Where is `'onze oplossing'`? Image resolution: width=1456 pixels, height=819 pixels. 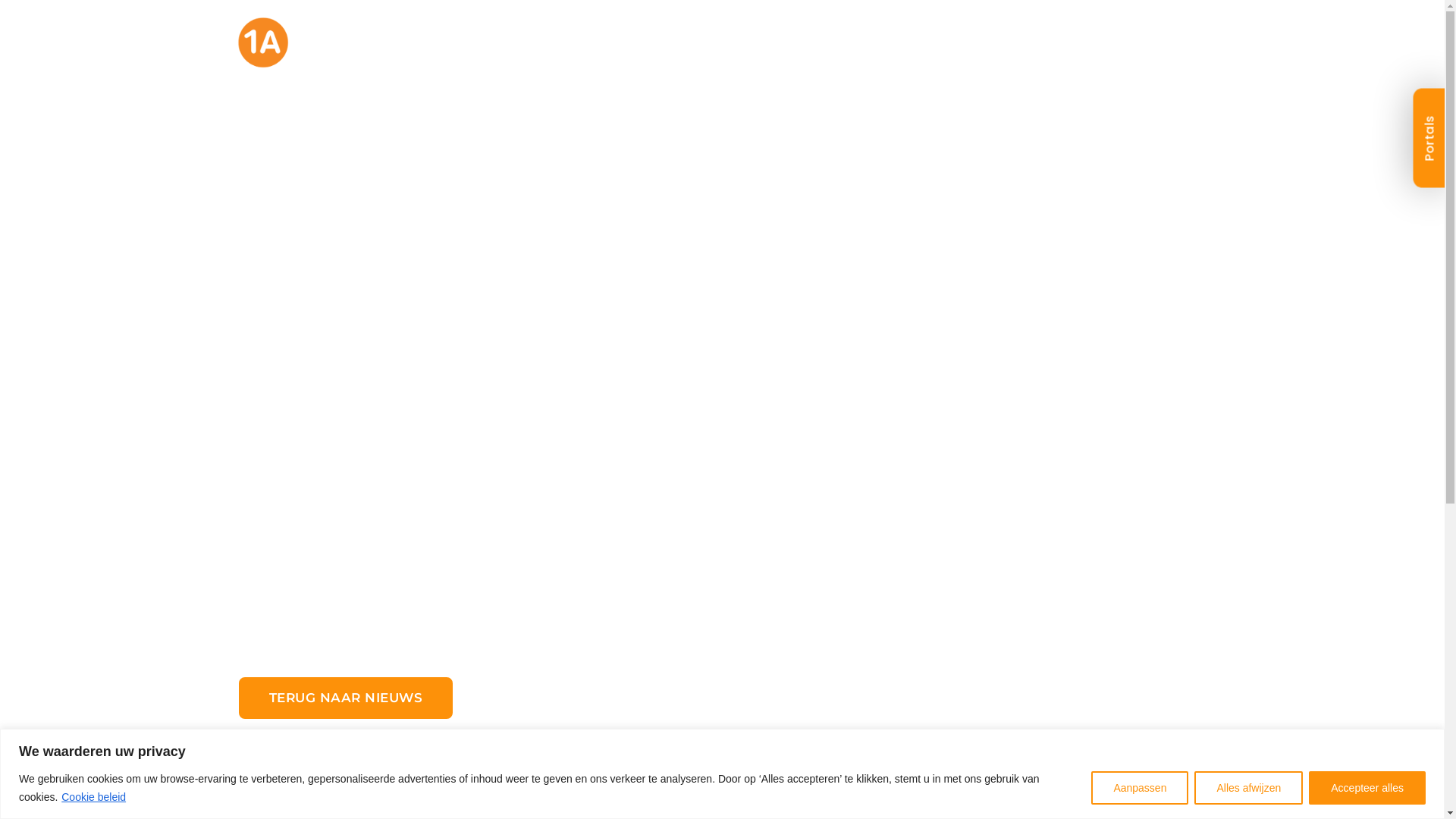
'onze oplossing' is located at coordinates (632, 52).